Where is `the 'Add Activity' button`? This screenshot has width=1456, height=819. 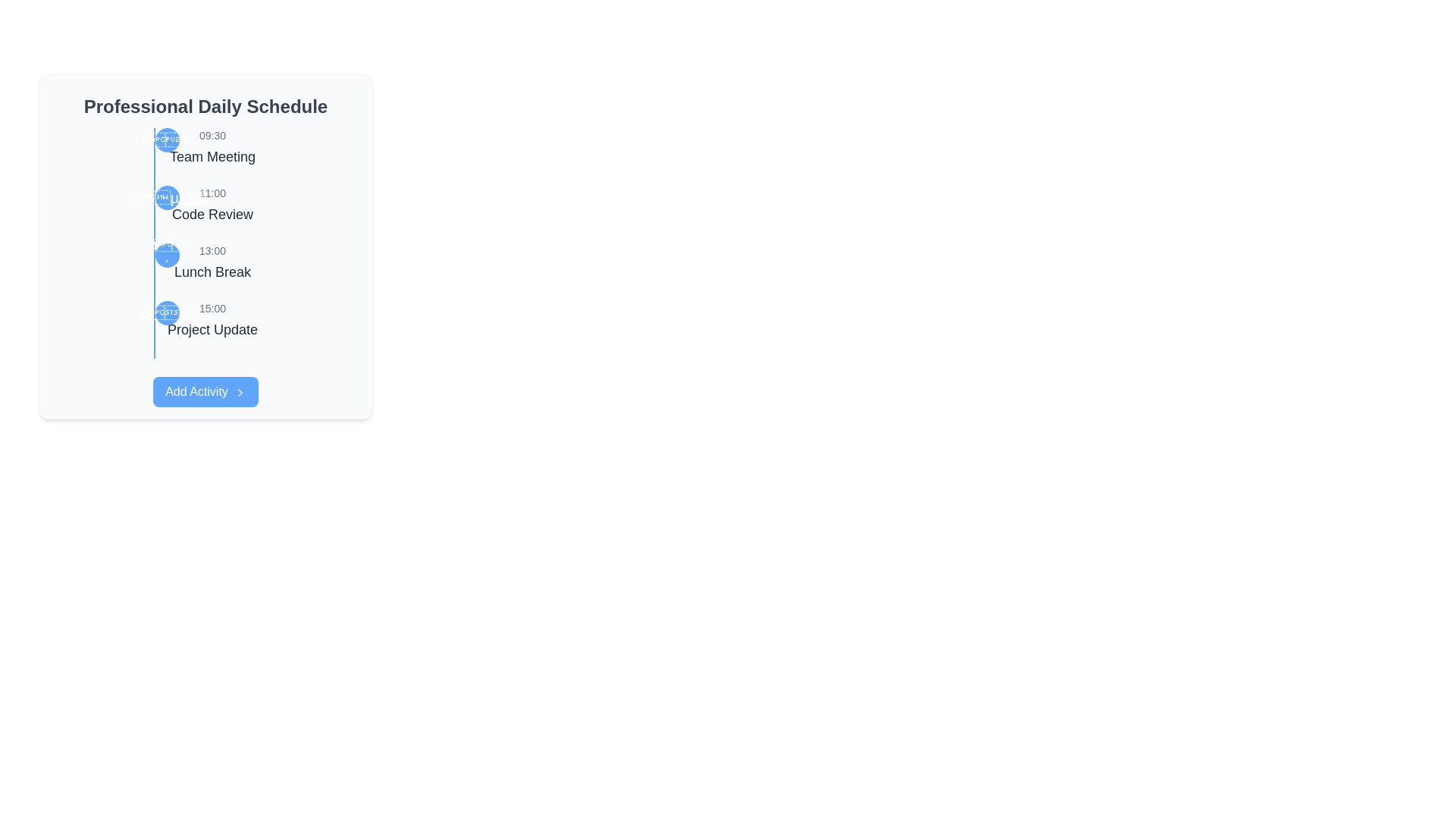 the 'Add Activity' button is located at coordinates (205, 391).